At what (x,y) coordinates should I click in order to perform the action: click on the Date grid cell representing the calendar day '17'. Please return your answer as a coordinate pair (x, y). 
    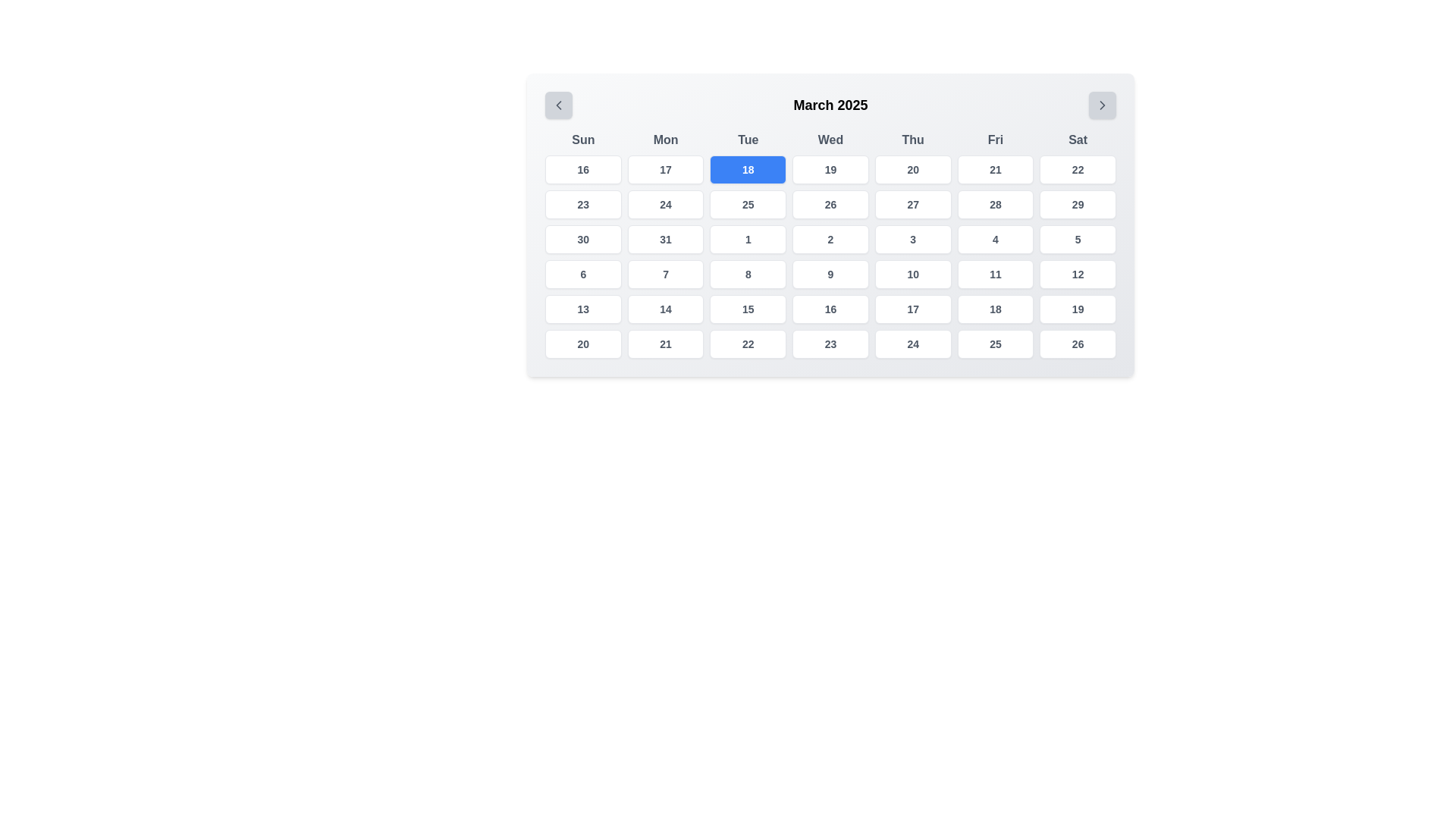
    Looking at the image, I should click on (912, 309).